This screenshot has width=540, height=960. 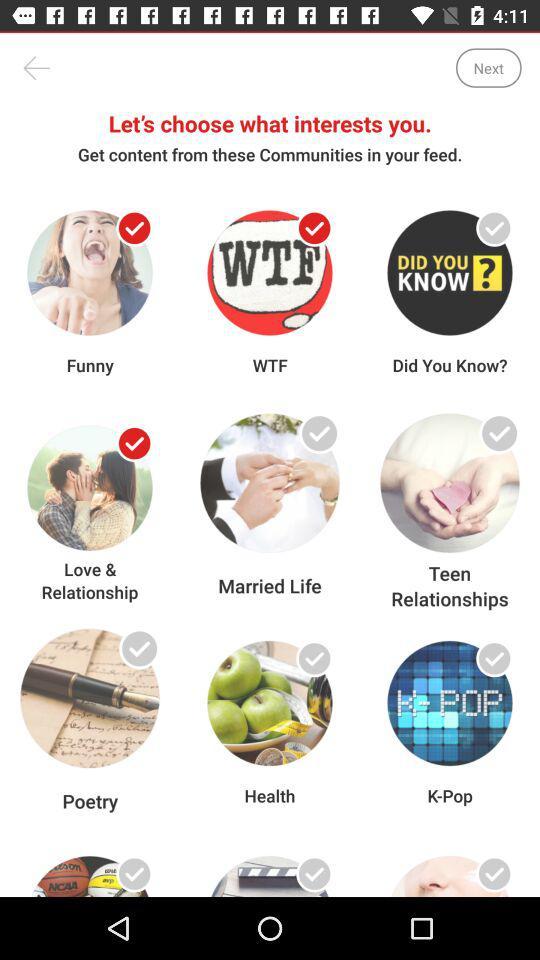 What do you see at coordinates (487, 68) in the screenshot?
I see `icon above let s choose` at bounding box center [487, 68].